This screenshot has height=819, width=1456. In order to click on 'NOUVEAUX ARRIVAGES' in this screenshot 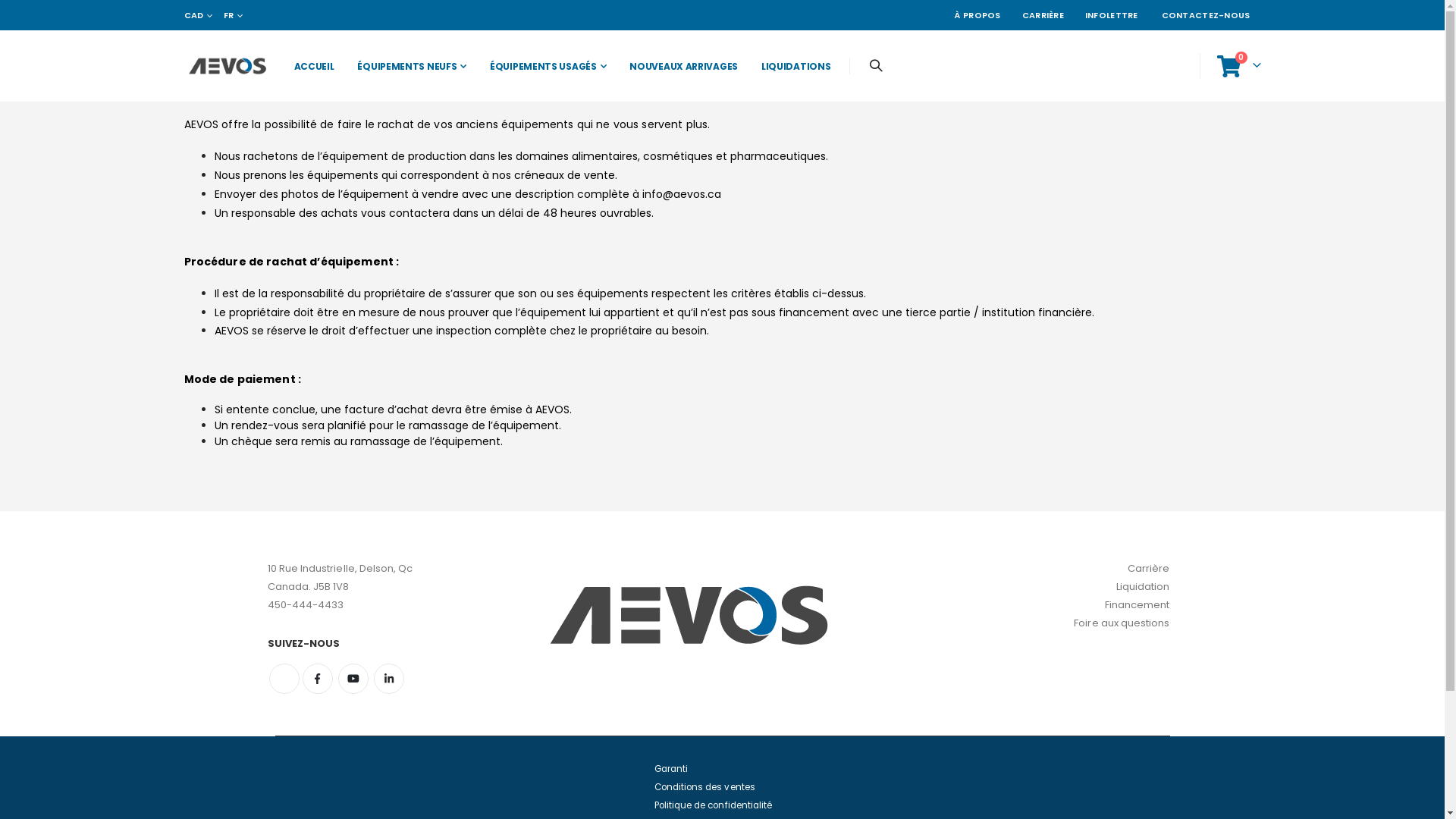, I will do `click(679, 65)`.